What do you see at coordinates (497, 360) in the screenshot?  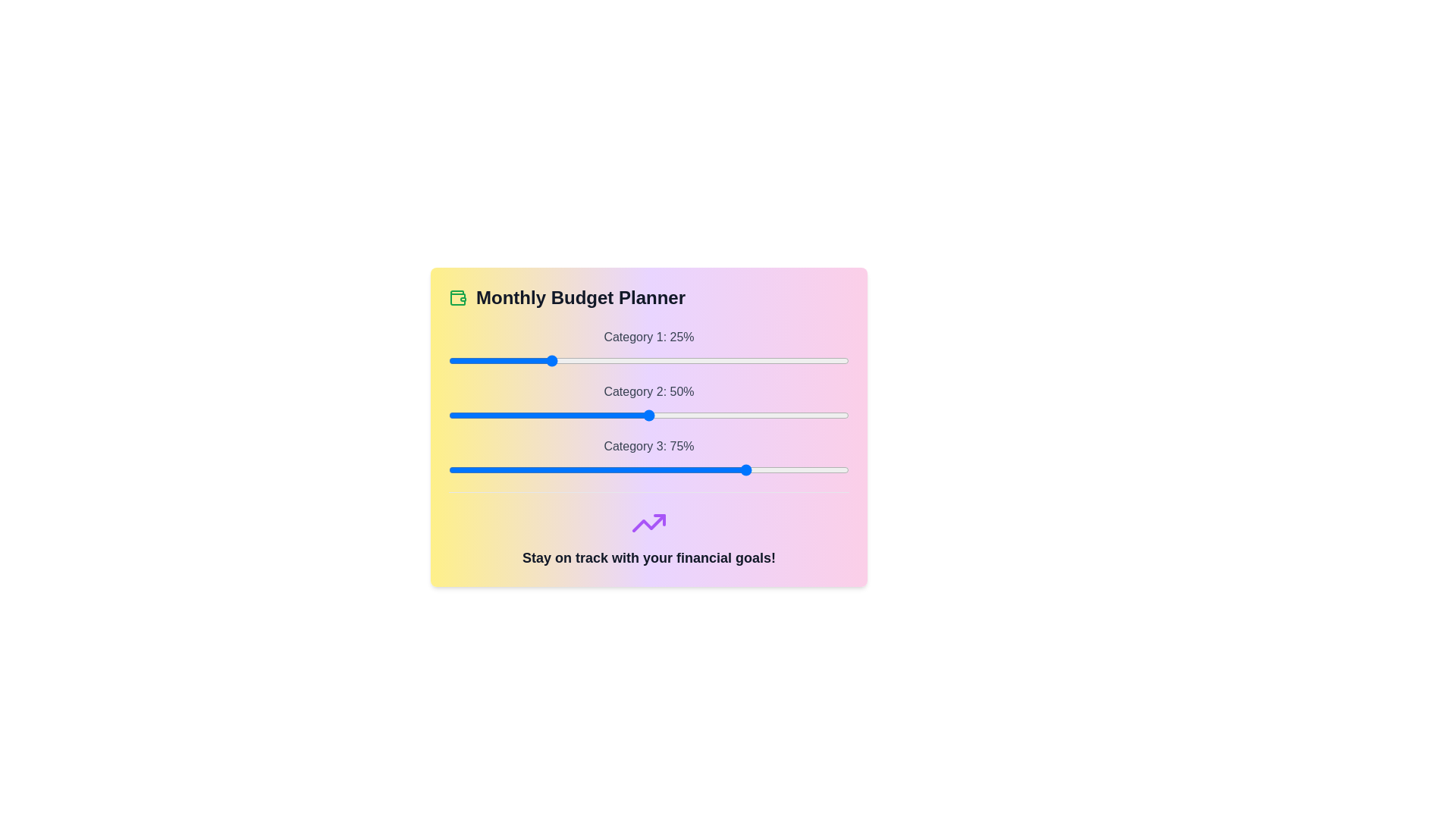 I see `the slider for Category 1 to 12%` at bounding box center [497, 360].